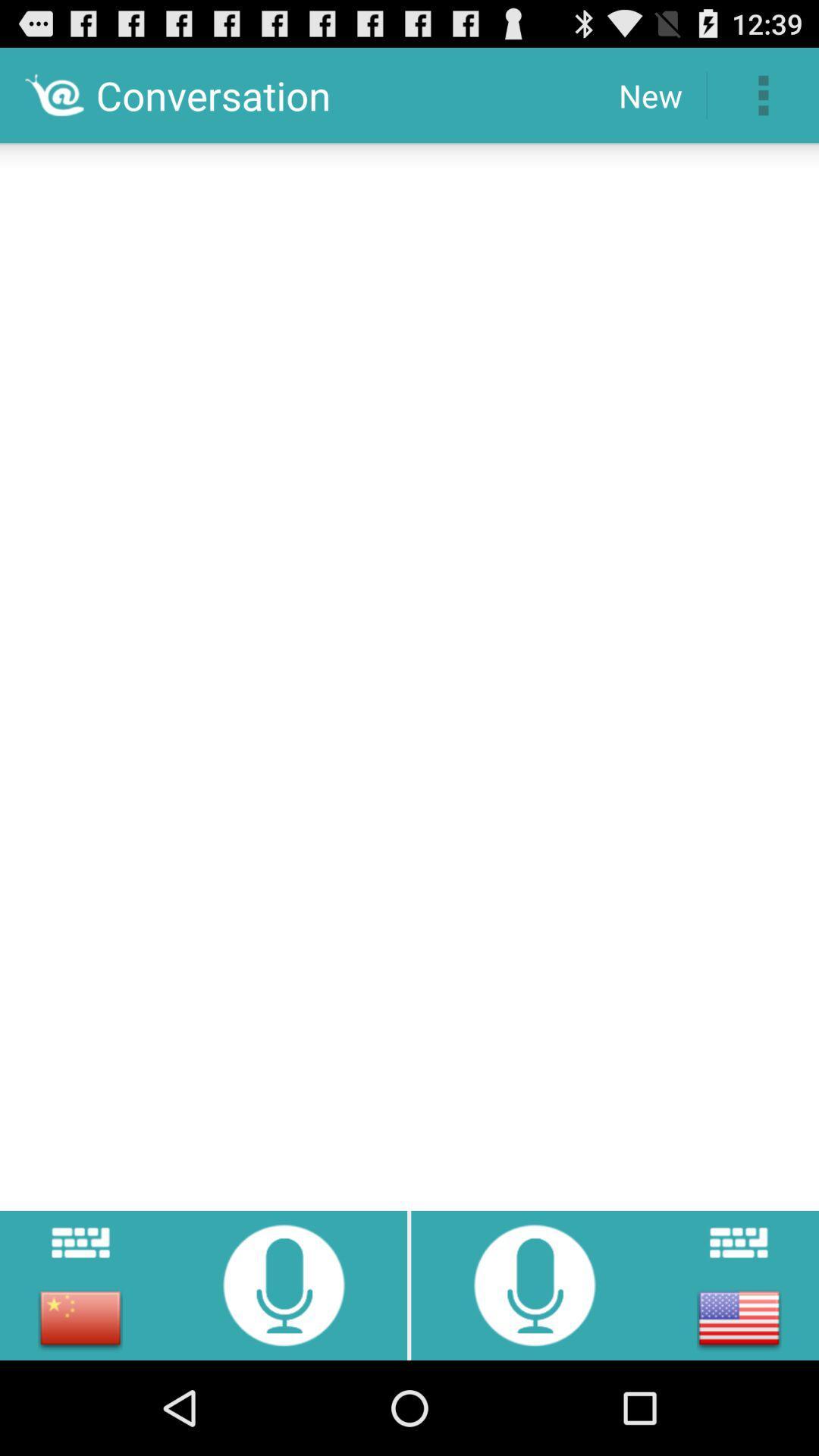  What do you see at coordinates (649, 94) in the screenshot?
I see `new` at bounding box center [649, 94].